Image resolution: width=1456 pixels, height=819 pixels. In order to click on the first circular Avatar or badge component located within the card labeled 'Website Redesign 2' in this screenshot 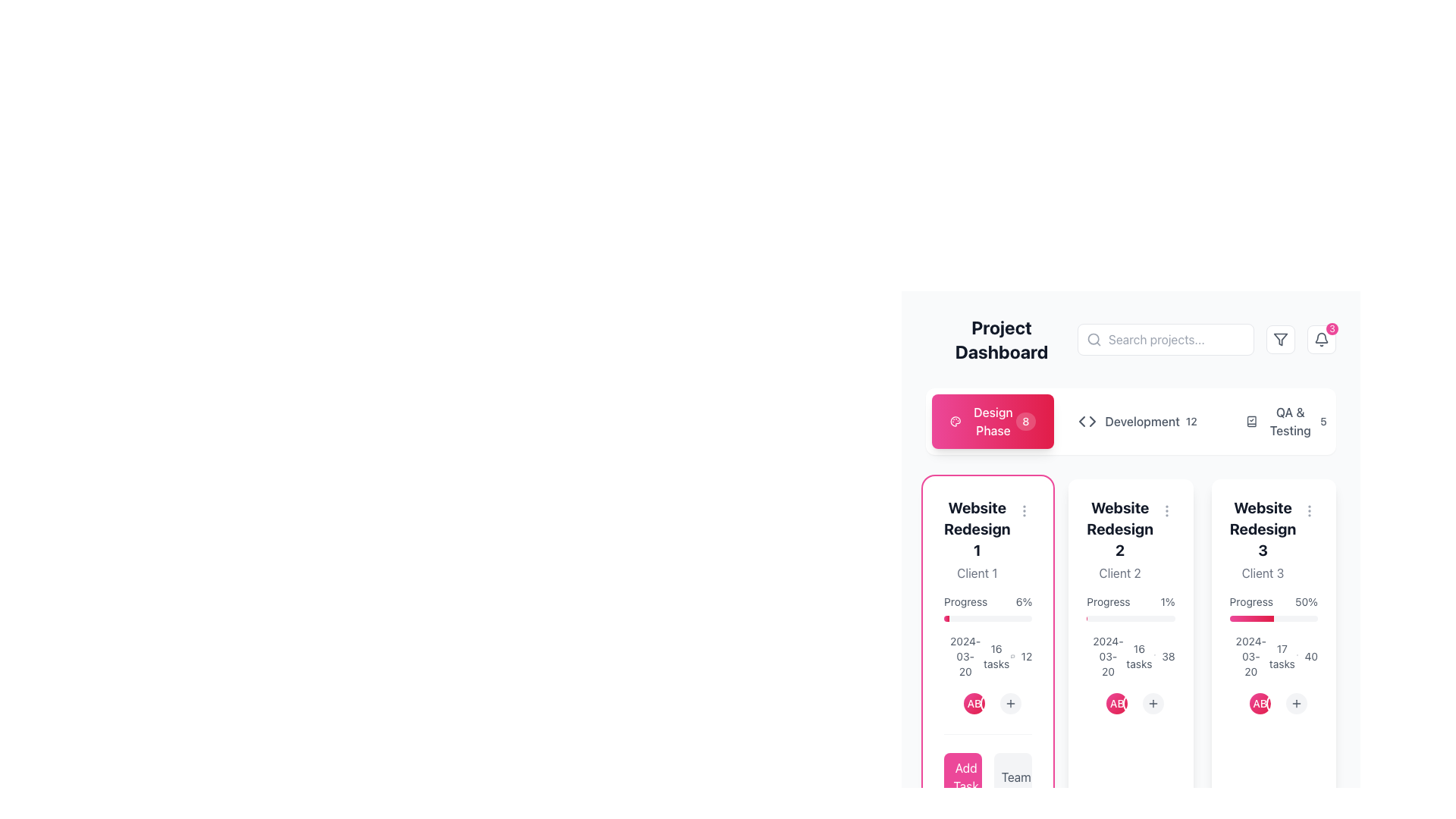, I will do `click(1099, 704)`.